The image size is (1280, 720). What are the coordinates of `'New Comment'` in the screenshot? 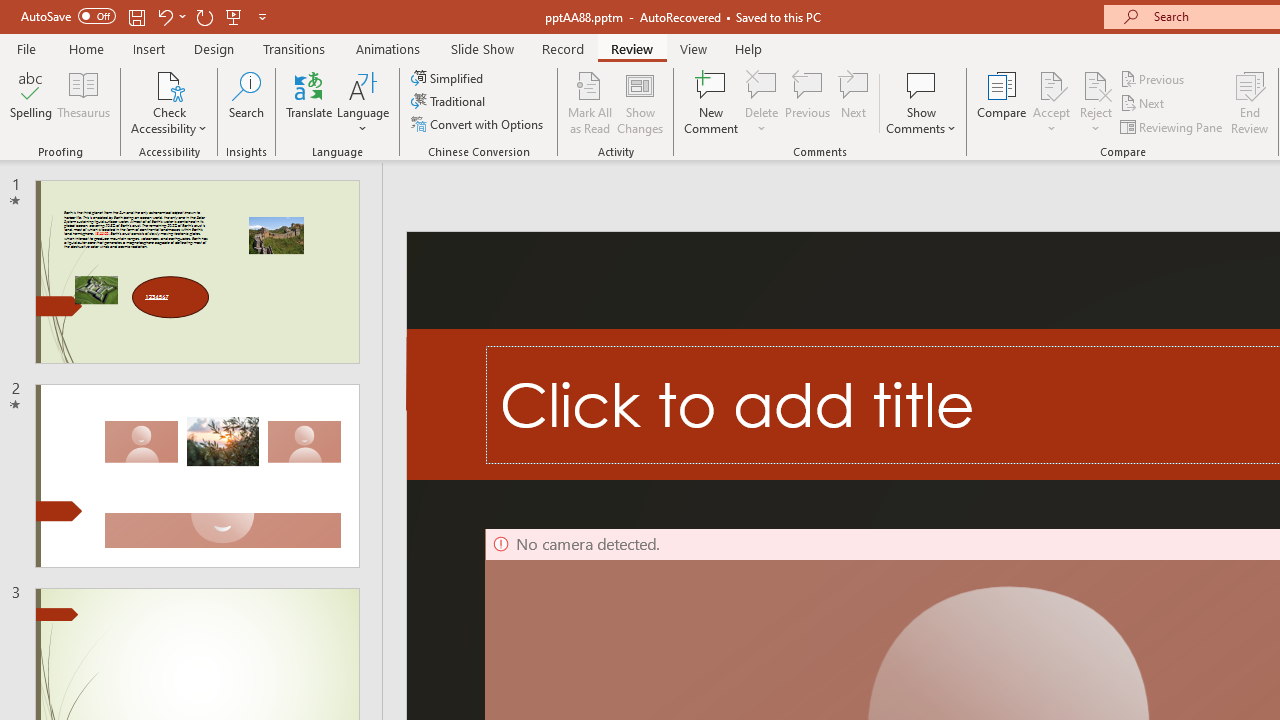 It's located at (711, 103).